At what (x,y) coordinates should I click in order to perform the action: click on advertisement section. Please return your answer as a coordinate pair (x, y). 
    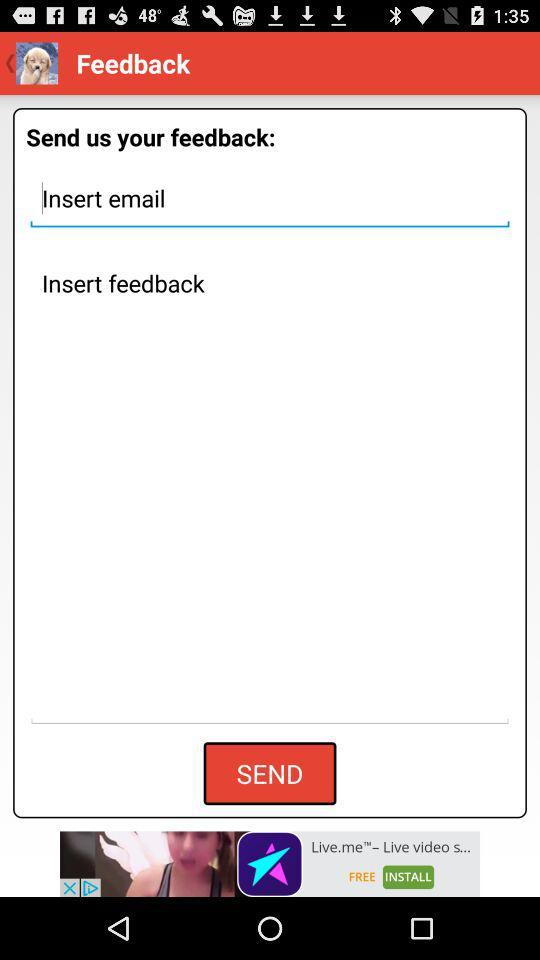
    Looking at the image, I should click on (270, 863).